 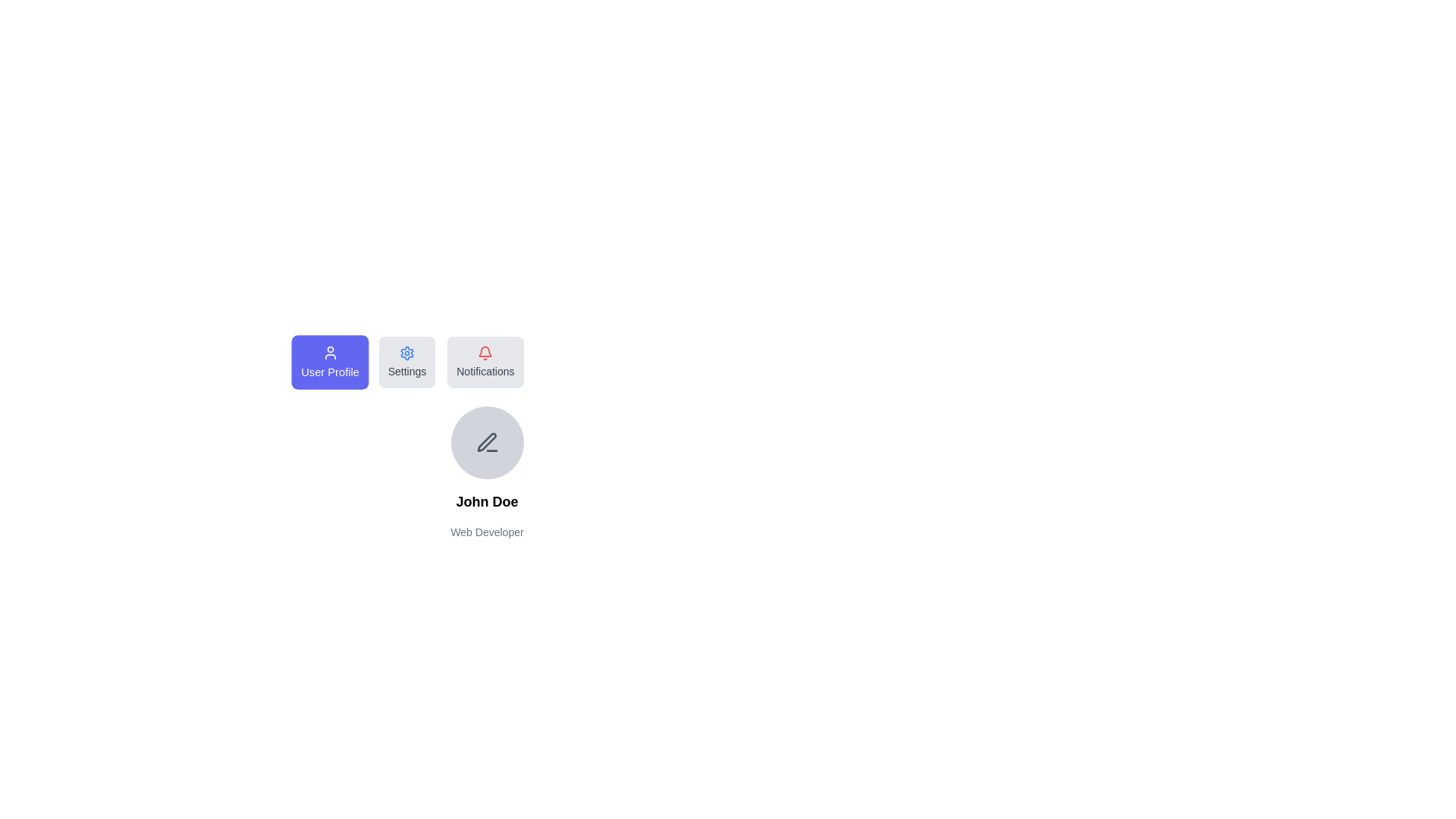 What do you see at coordinates (487, 442) in the screenshot?
I see `the edit icon located centrally within the circular gray background above the user profile name and title` at bounding box center [487, 442].